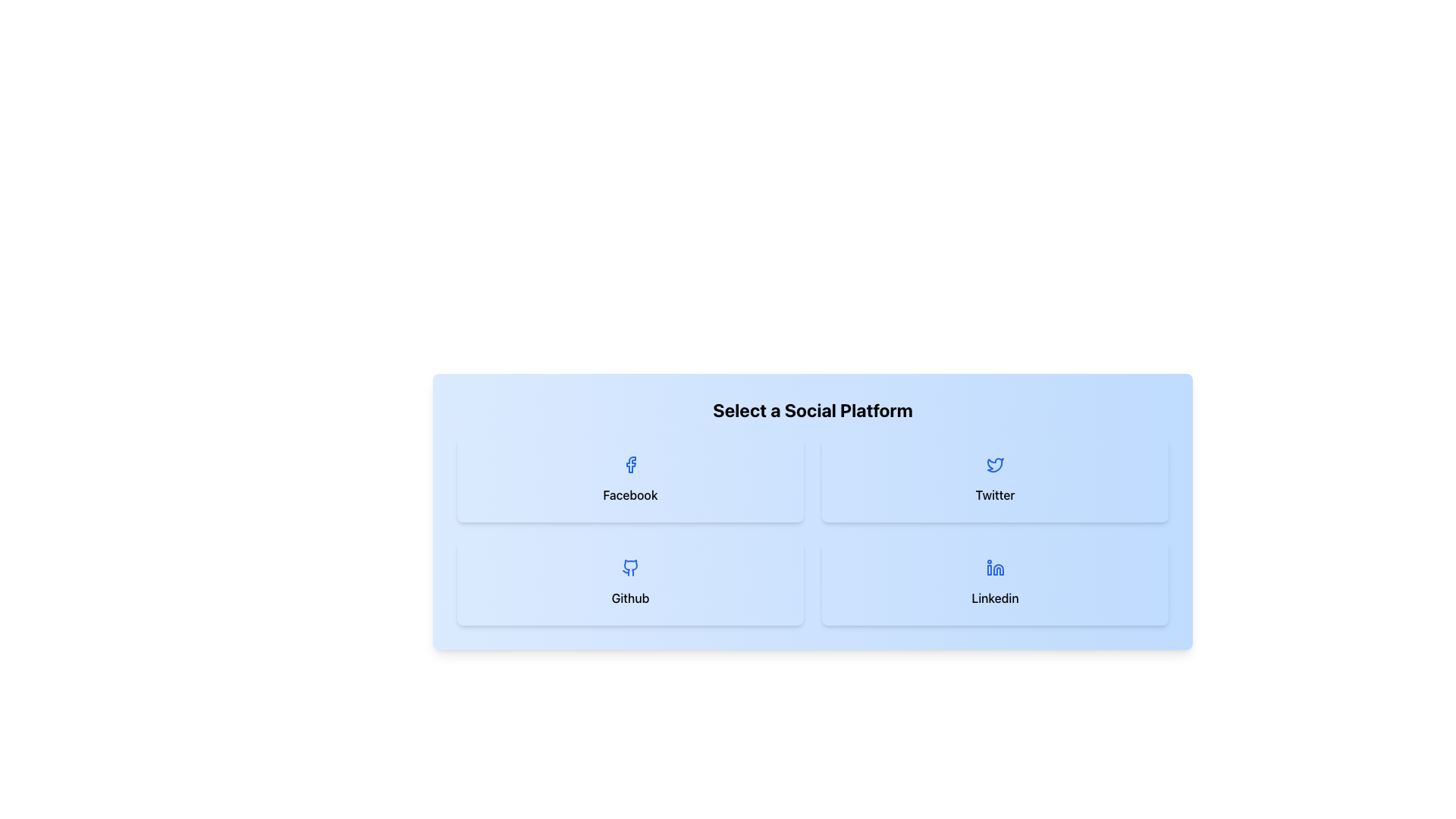  I want to click on the Facebook icon located, so click(630, 464).